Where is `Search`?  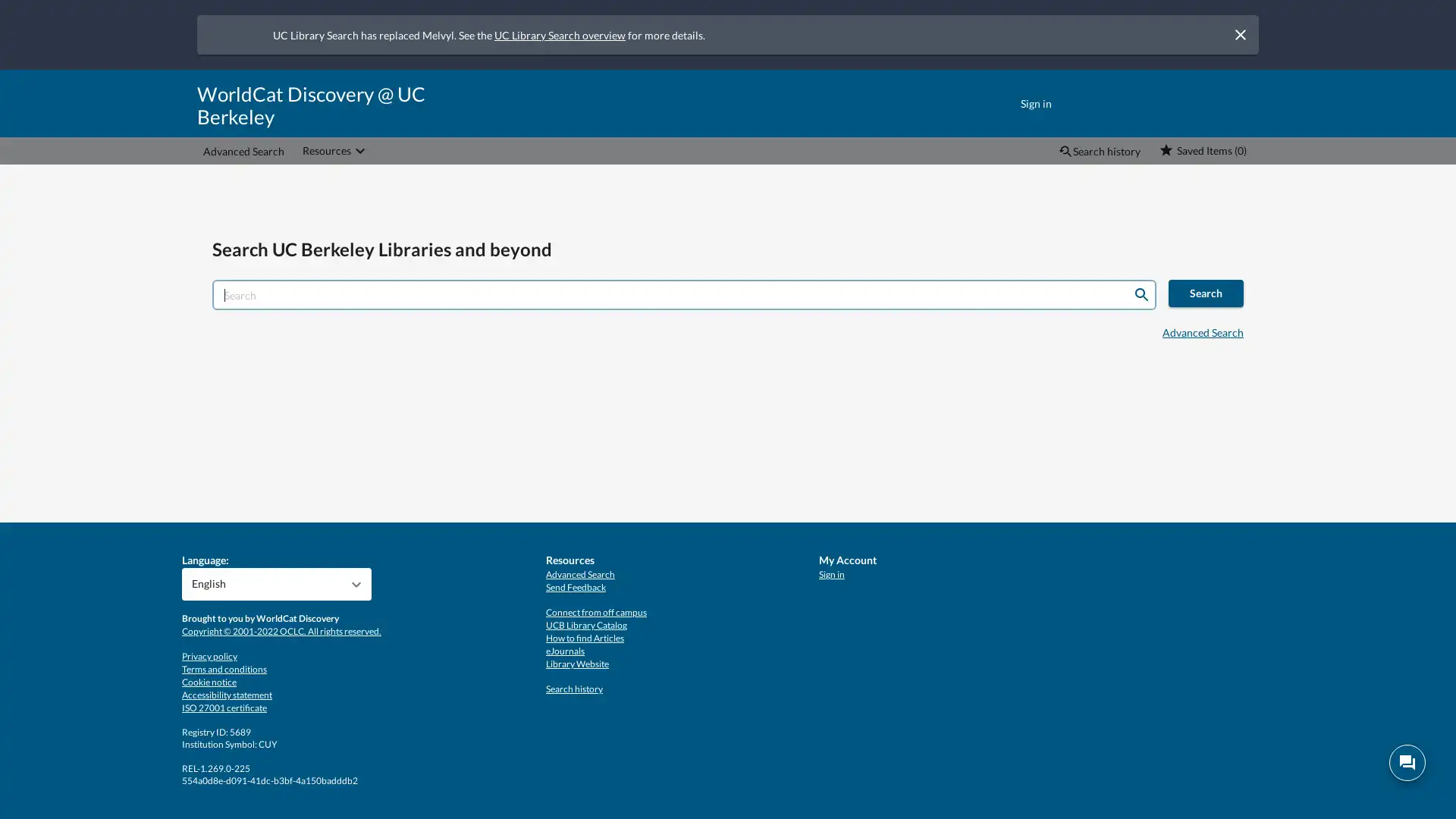
Search is located at coordinates (1205, 293).